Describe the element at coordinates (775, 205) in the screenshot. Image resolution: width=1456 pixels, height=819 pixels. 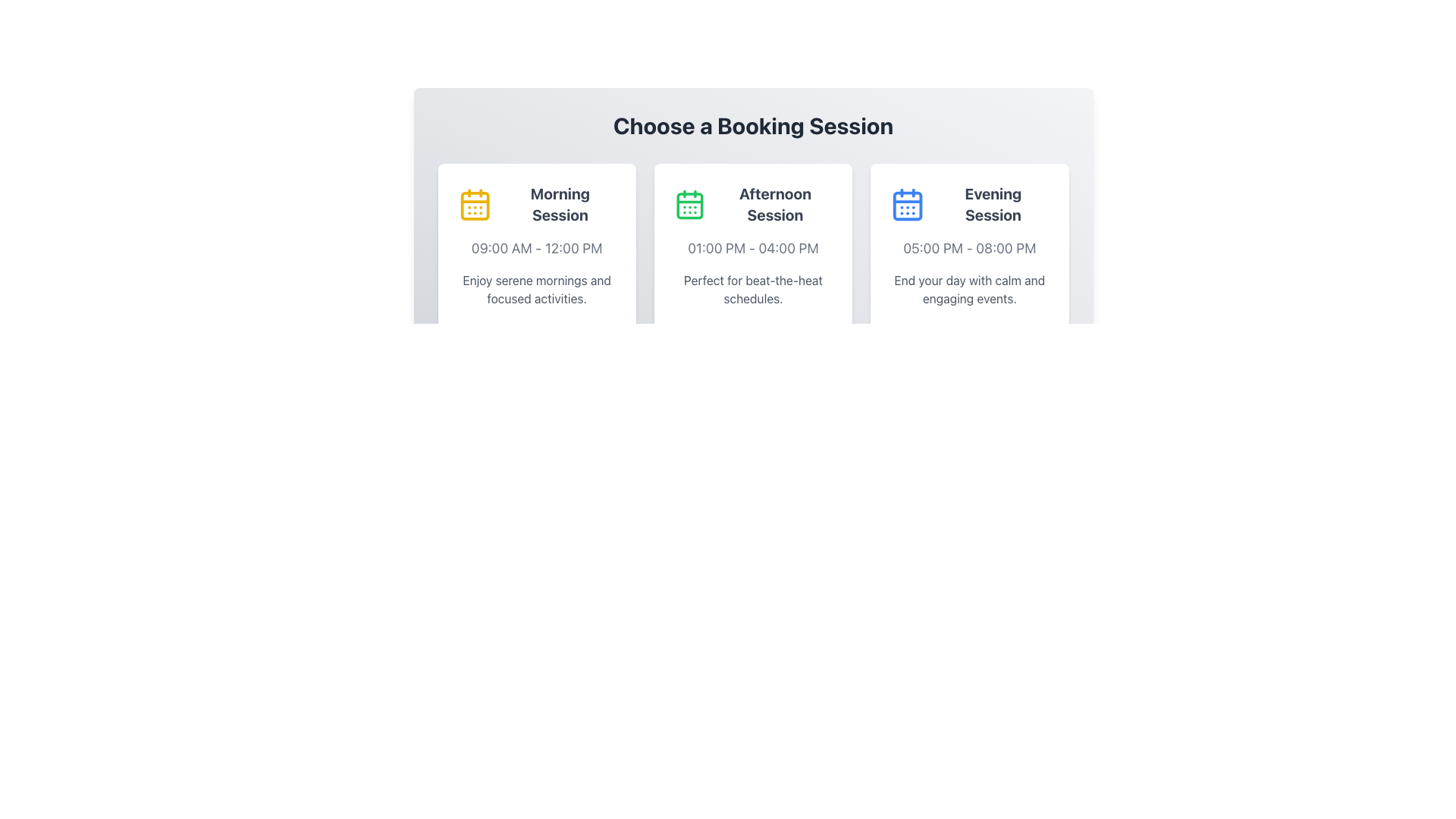
I see `the text label 'Afternoon Session' which is styled with a bold, large font size in gray color, located in the middle card of a three-card layout` at that location.